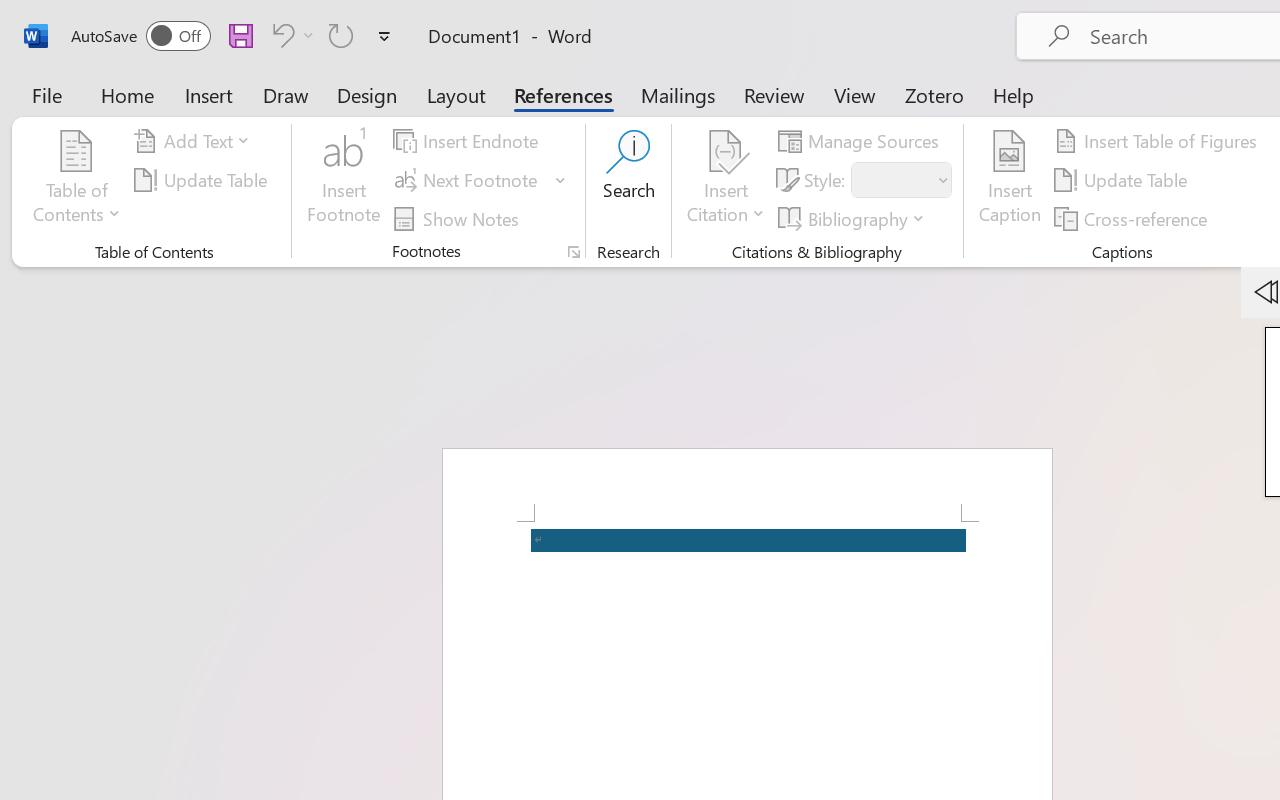  I want to click on 'Update Table', so click(1124, 179).